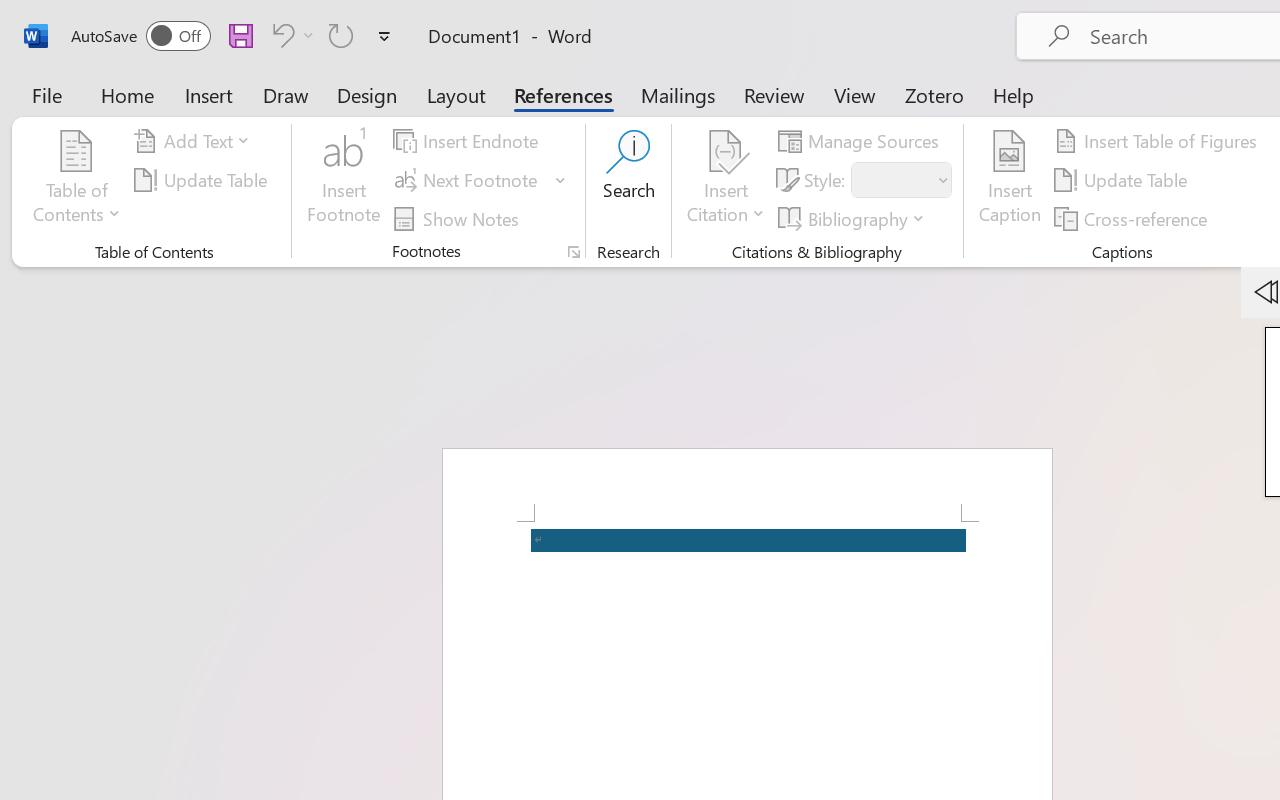  I want to click on 'Update Table', so click(1124, 179).